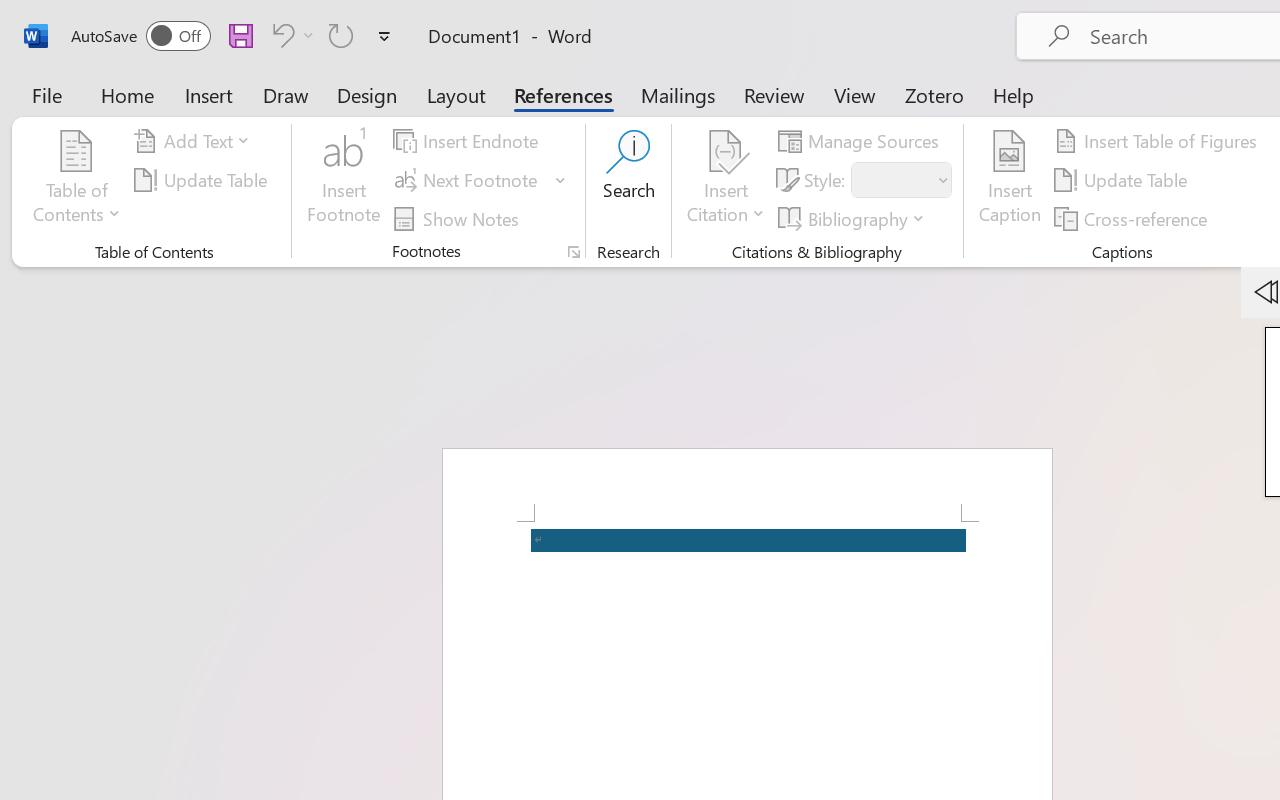  I want to click on 'Update Table', so click(1124, 179).